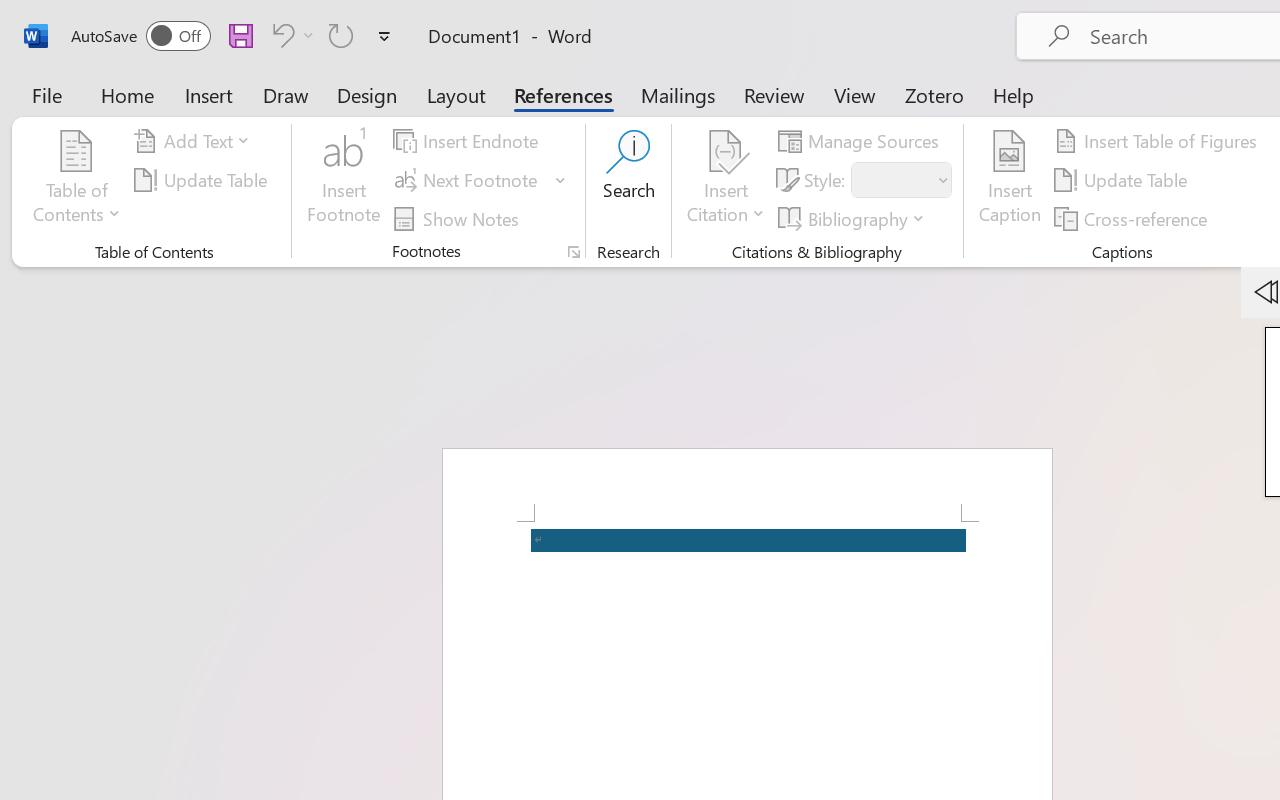  I want to click on 'Update Table', so click(1124, 179).